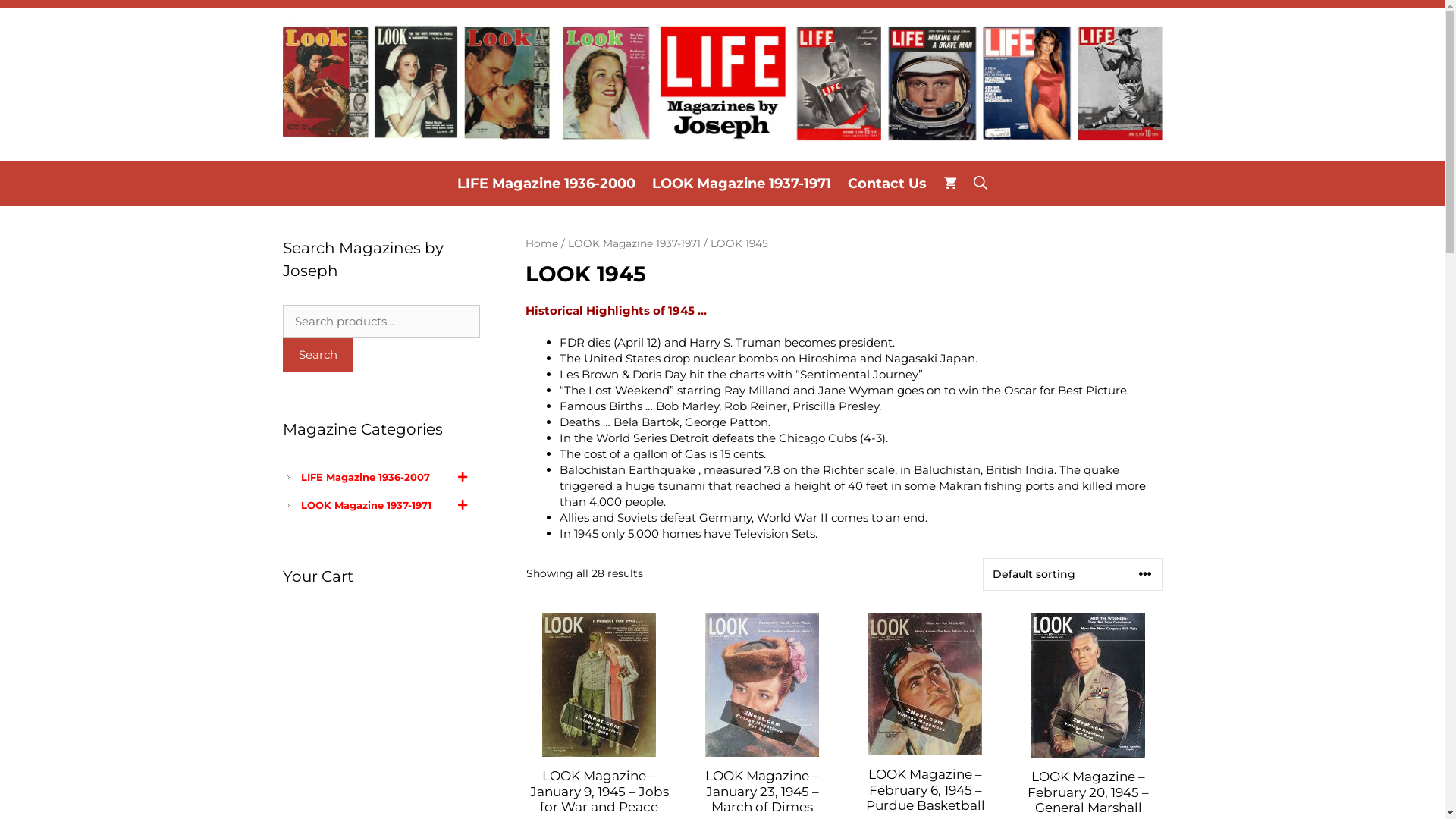 This screenshot has width=1456, height=819. What do you see at coordinates (633, 242) in the screenshot?
I see `'LOOK Magazine 1937-1971'` at bounding box center [633, 242].